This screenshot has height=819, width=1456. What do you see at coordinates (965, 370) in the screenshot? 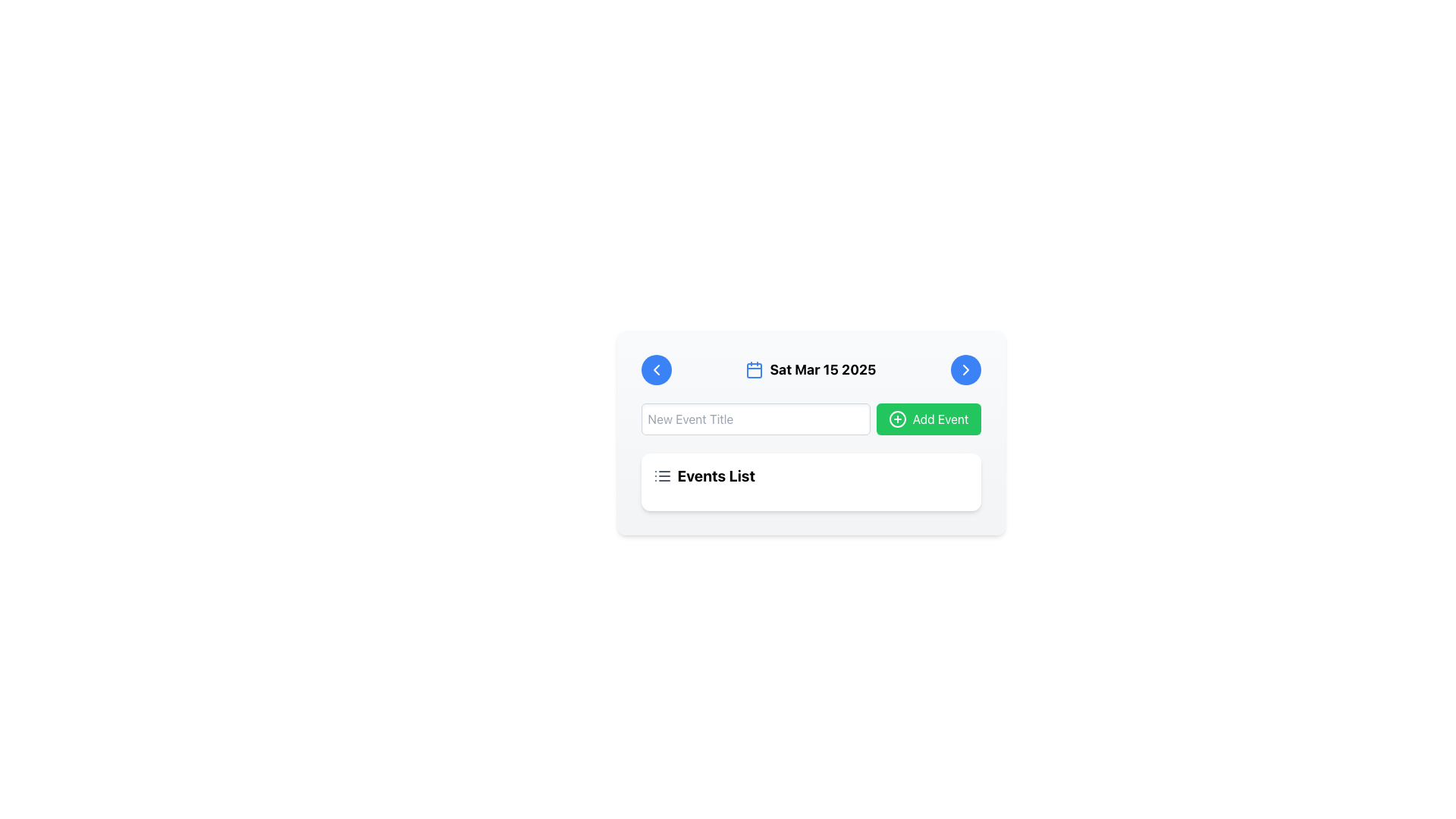
I see `the circular blue button icon located at the top-right of the card-like UI component, which indicates navigation to the next date or event, adjacent to the 'Sat Mar 15 2025' text label` at bounding box center [965, 370].